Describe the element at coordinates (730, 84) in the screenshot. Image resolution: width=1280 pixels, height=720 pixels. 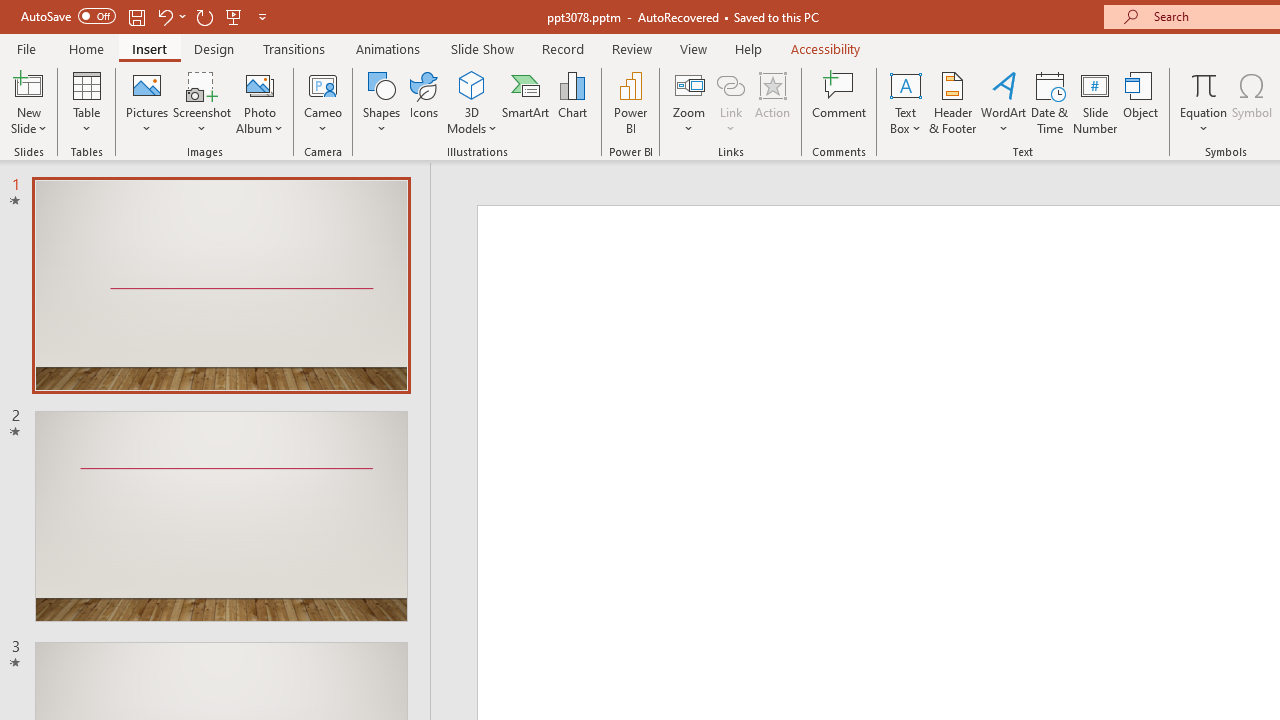
I see `'Link'` at that location.